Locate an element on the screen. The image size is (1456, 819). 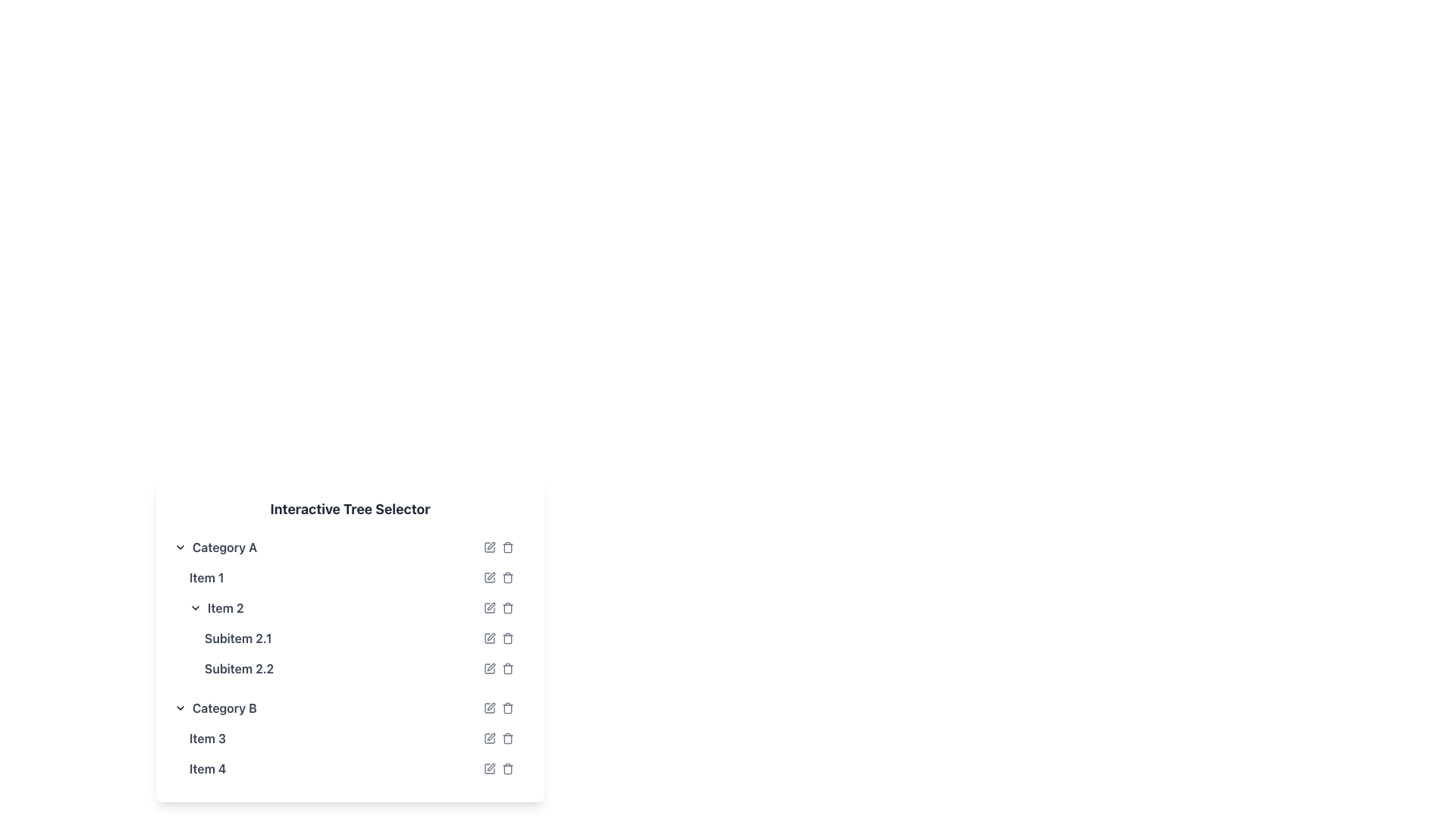
the delete icon, which is the fourth icon in a horizontal sequence next to the label 'Category A', represented by a trash bin symbol is located at coordinates (508, 547).